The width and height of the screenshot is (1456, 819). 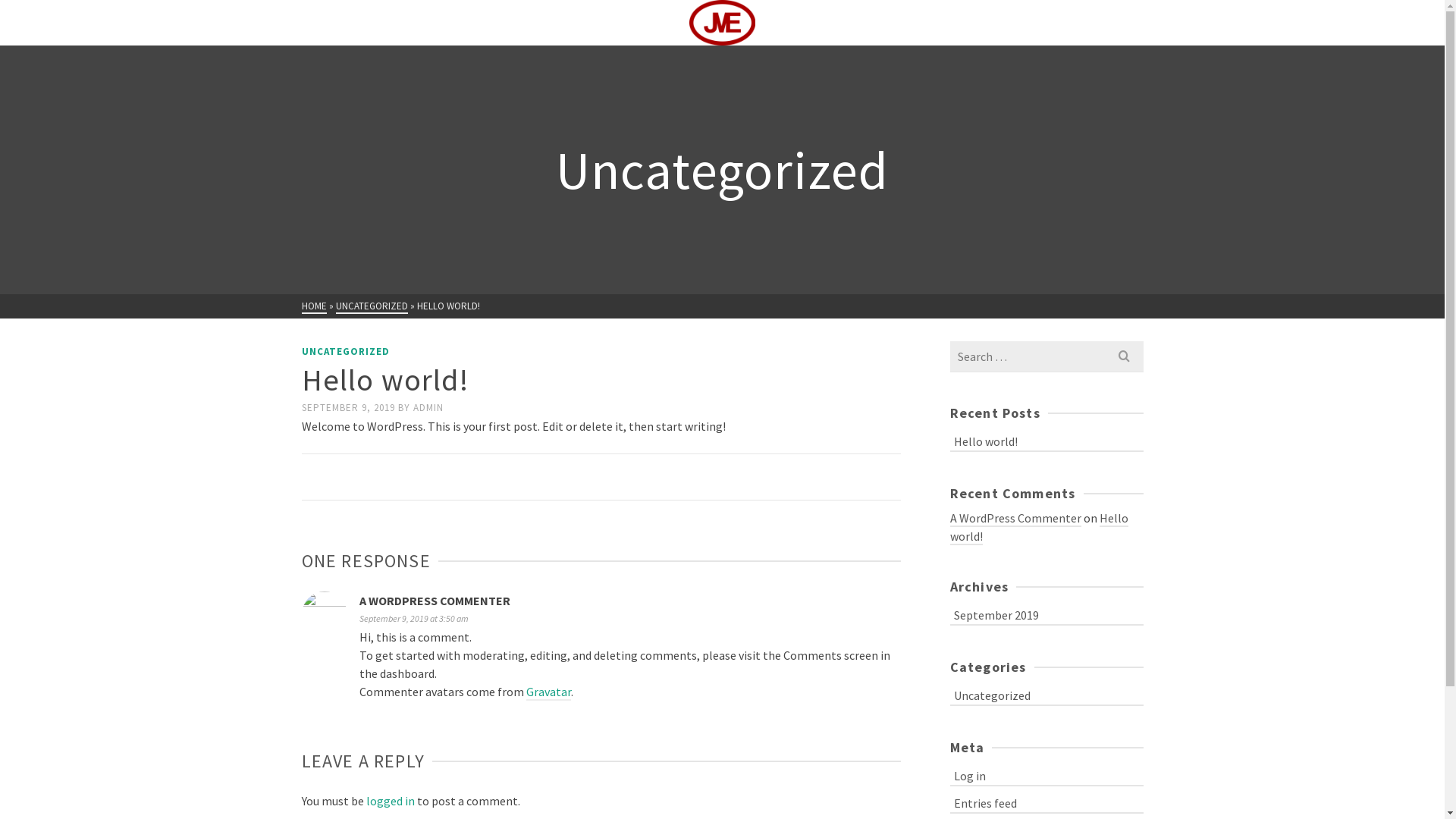 What do you see at coordinates (313, 306) in the screenshot?
I see `'HOME'` at bounding box center [313, 306].